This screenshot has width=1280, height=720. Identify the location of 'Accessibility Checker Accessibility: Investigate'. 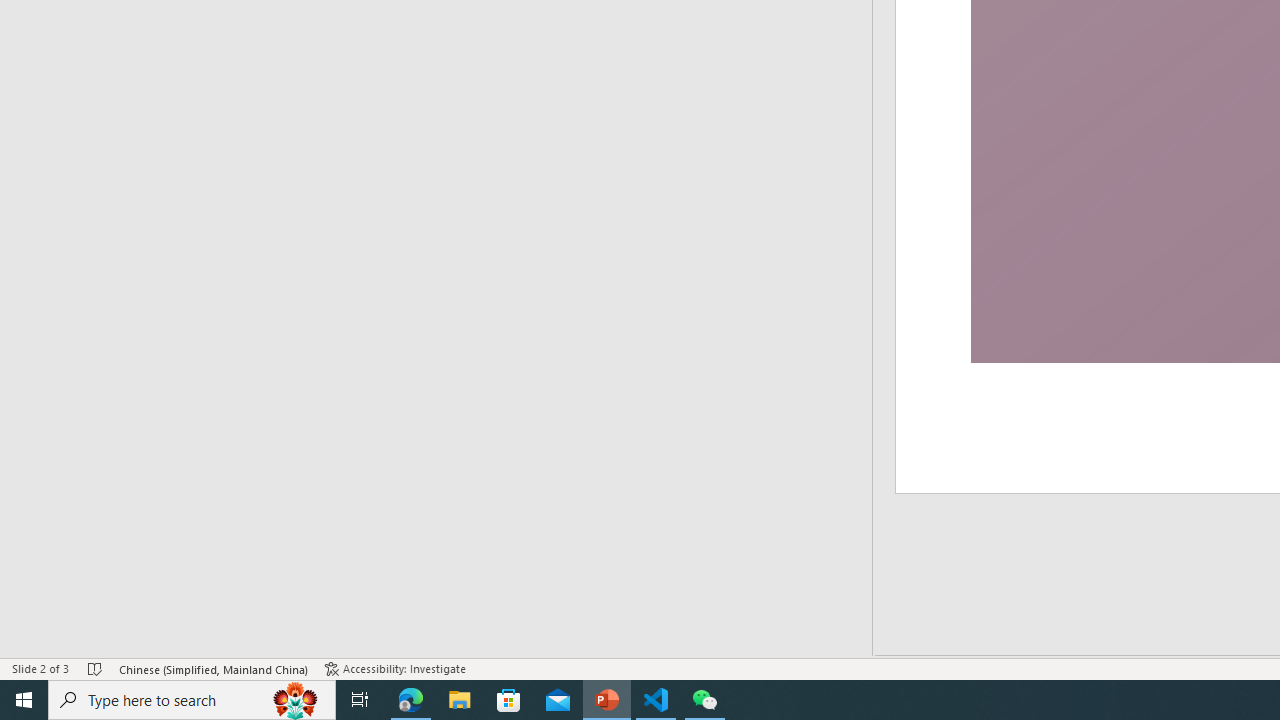
(395, 669).